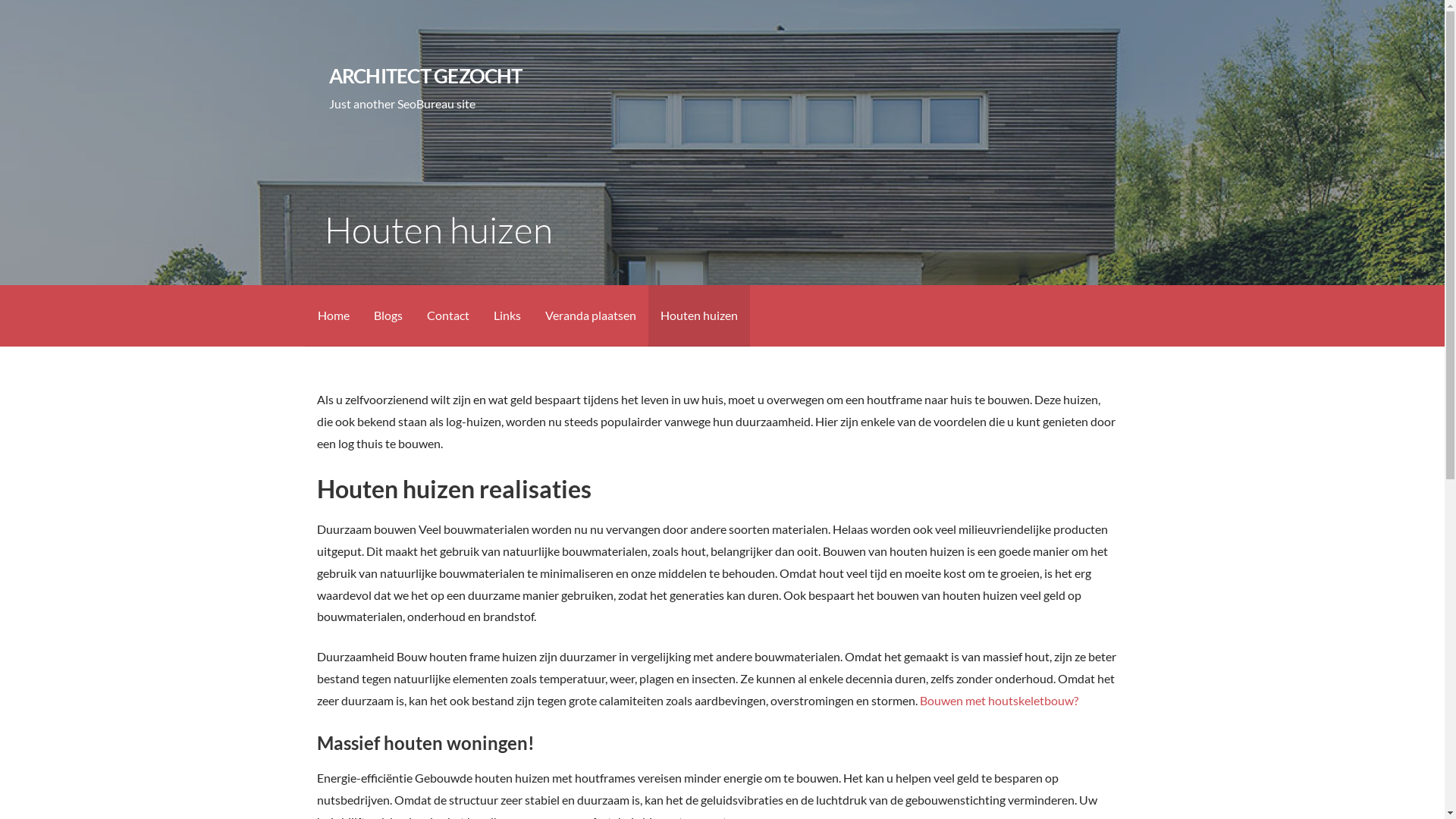  What do you see at coordinates (506, 315) in the screenshot?
I see `'Links'` at bounding box center [506, 315].